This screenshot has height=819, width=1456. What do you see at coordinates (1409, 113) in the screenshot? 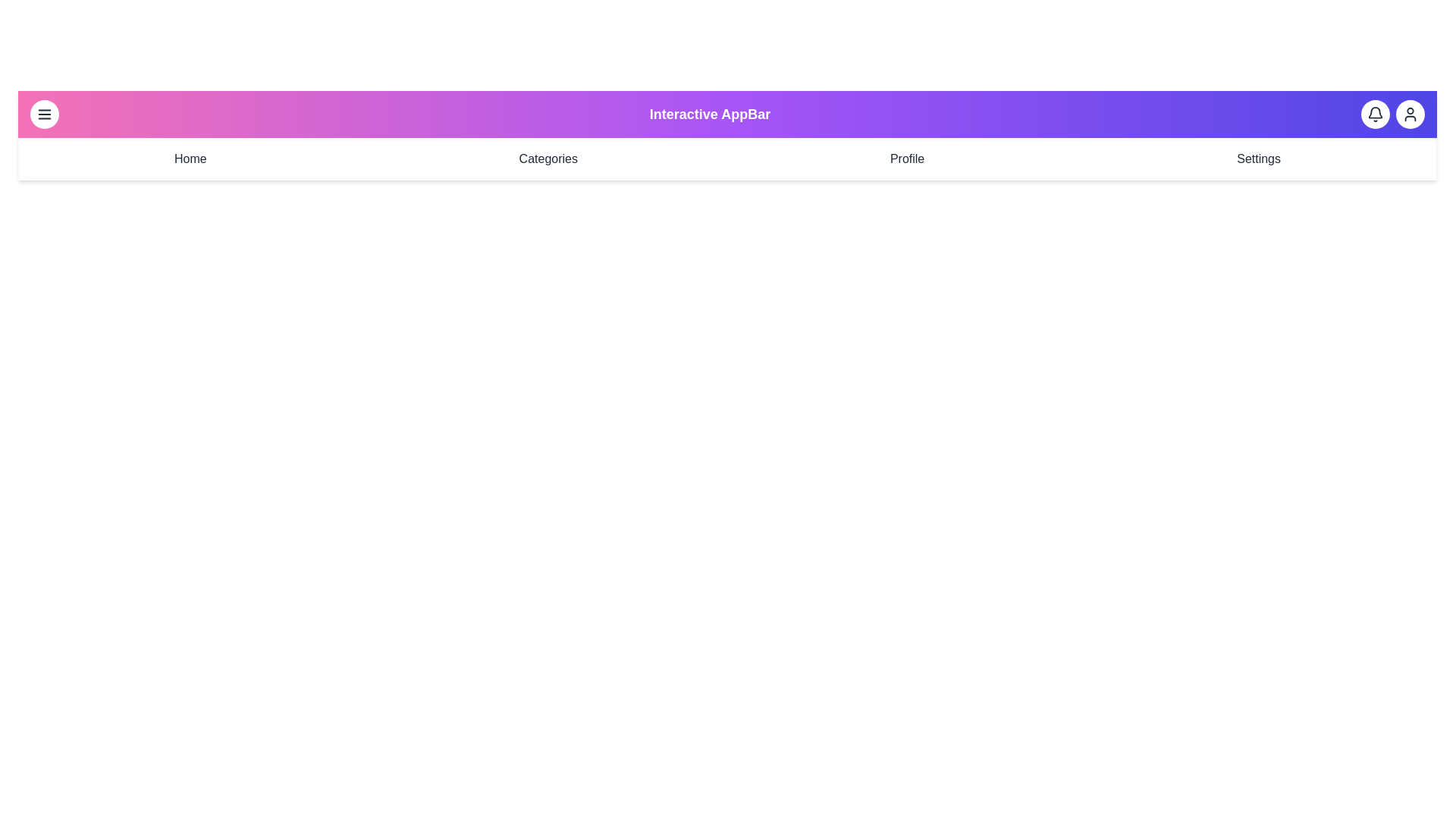
I see `the user profile button` at bounding box center [1409, 113].